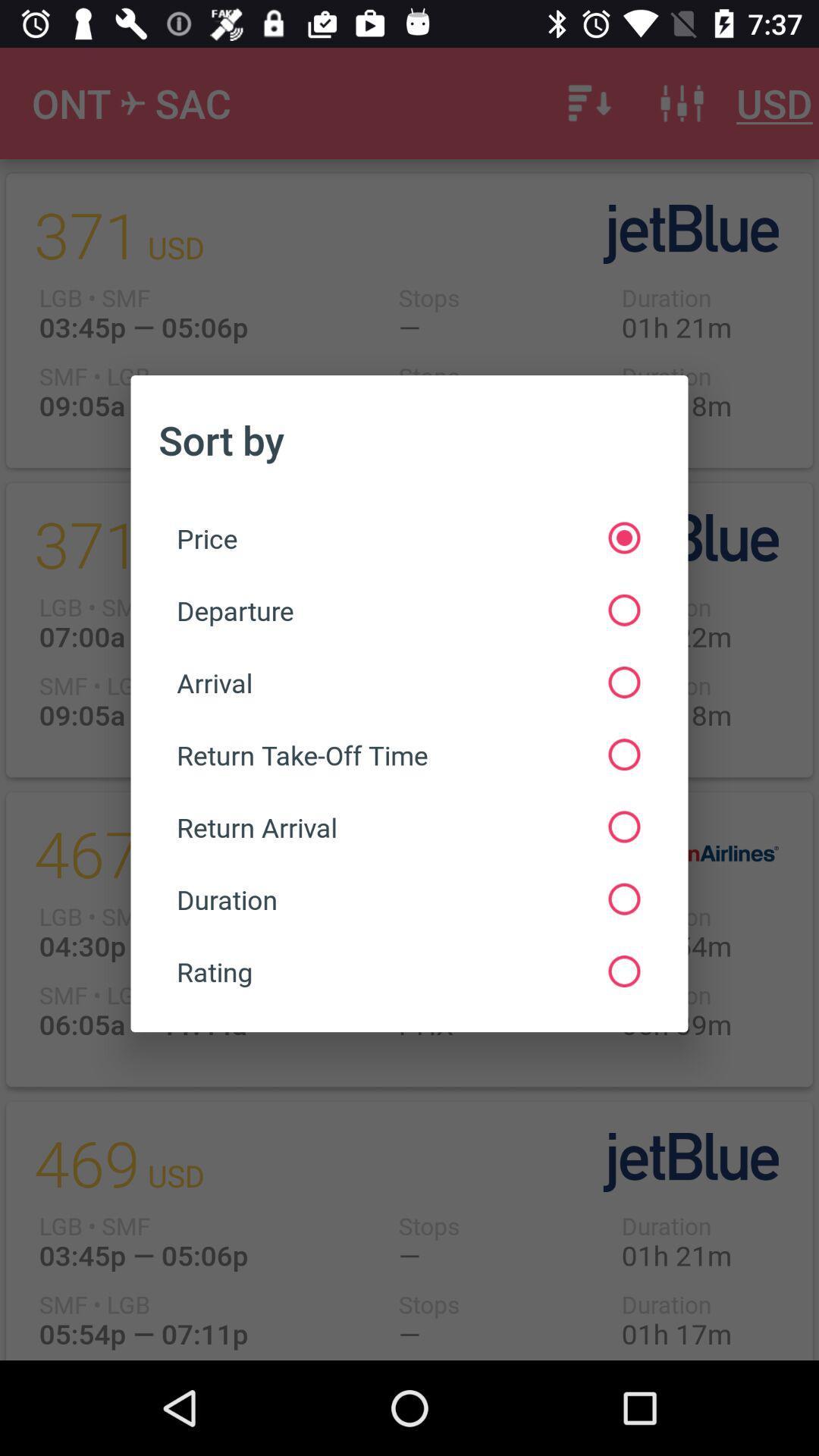 The image size is (819, 1456). Describe the element at coordinates (407, 755) in the screenshot. I see `the item below arrival icon` at that location.